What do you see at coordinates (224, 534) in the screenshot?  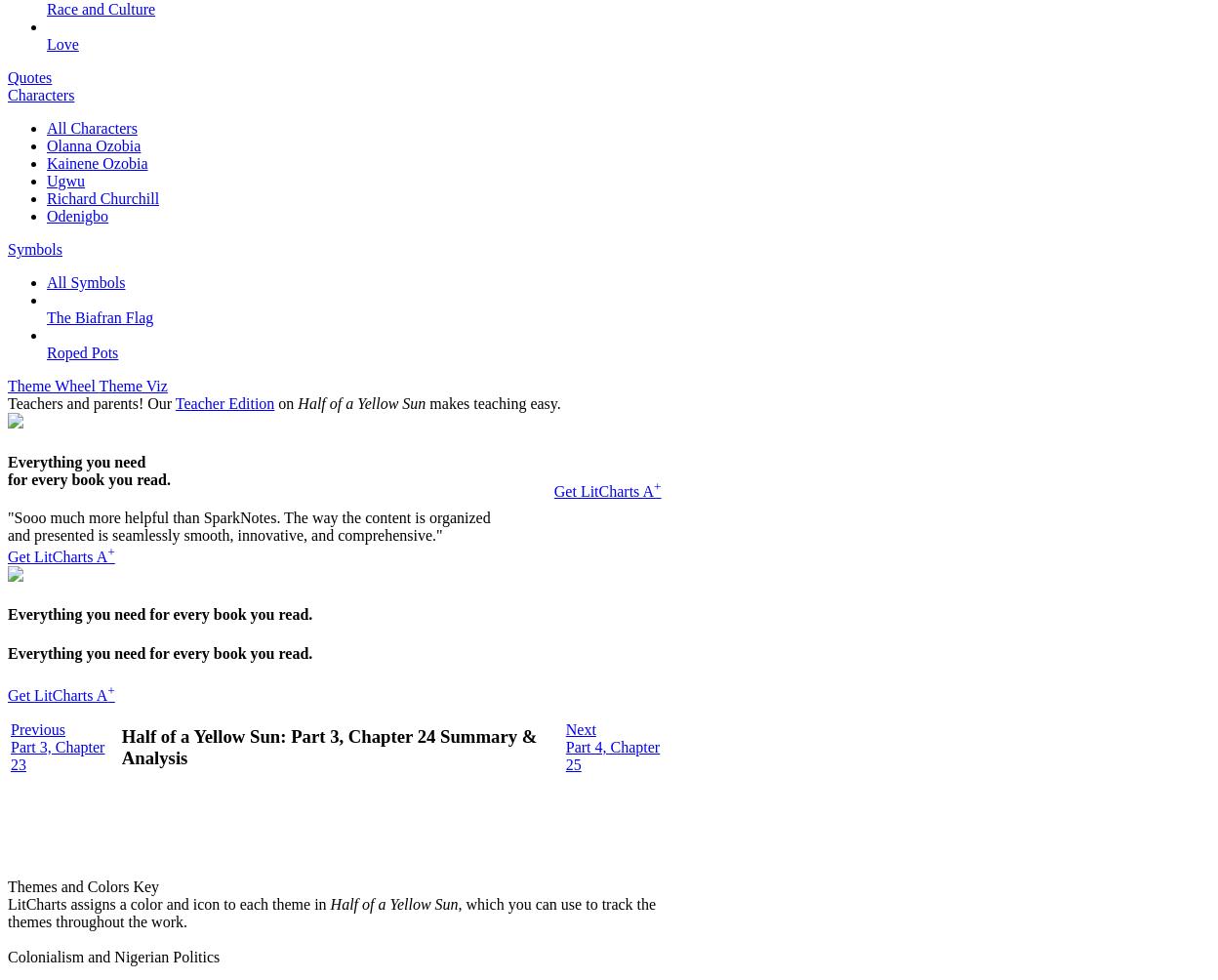 I see `'and presented is seamlessly smooth, innovative, and comprehensive."'` at bounding box center [224, 534].